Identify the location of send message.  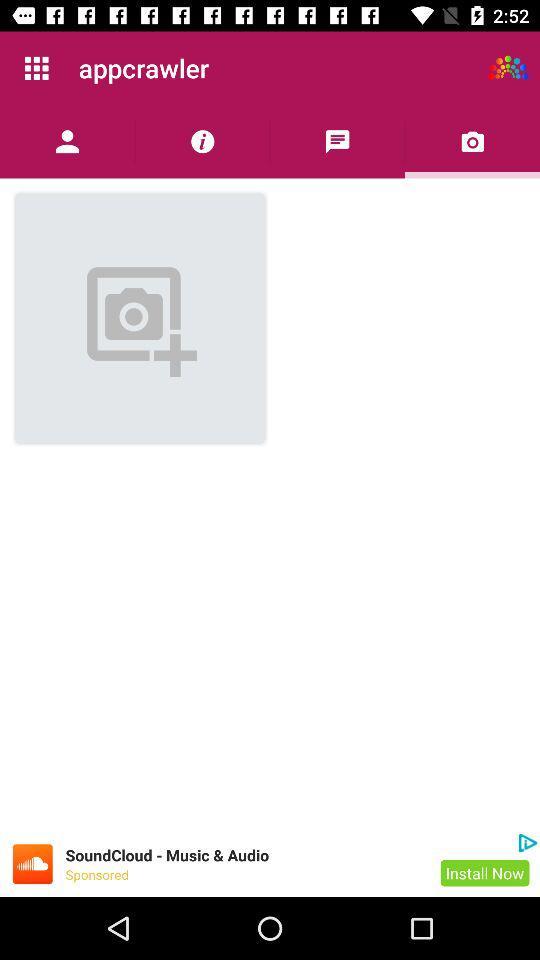
(337, 140).